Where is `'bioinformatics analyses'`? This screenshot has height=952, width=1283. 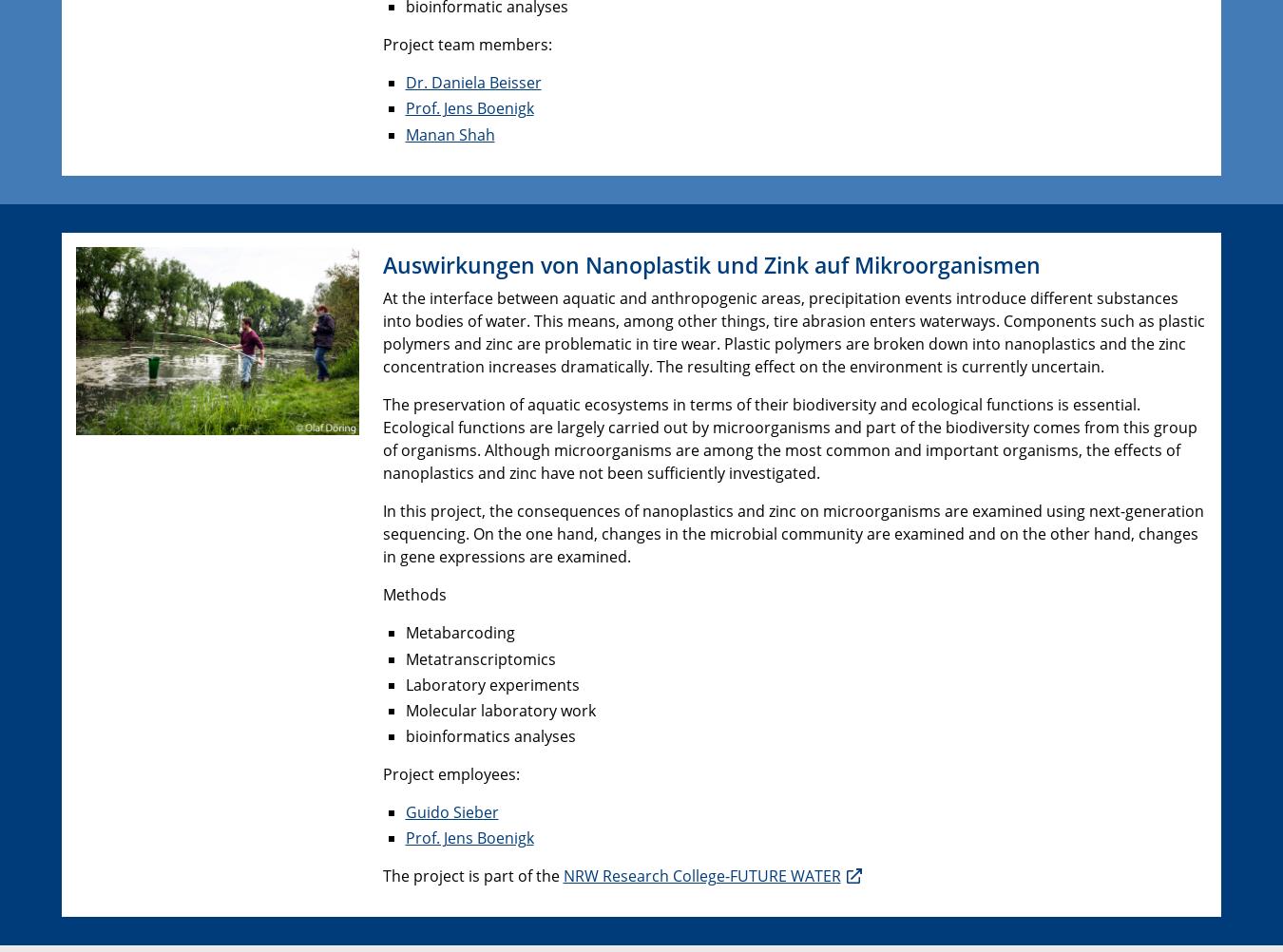 'bioinformatics analyses' is located at coordinates (488, 735).